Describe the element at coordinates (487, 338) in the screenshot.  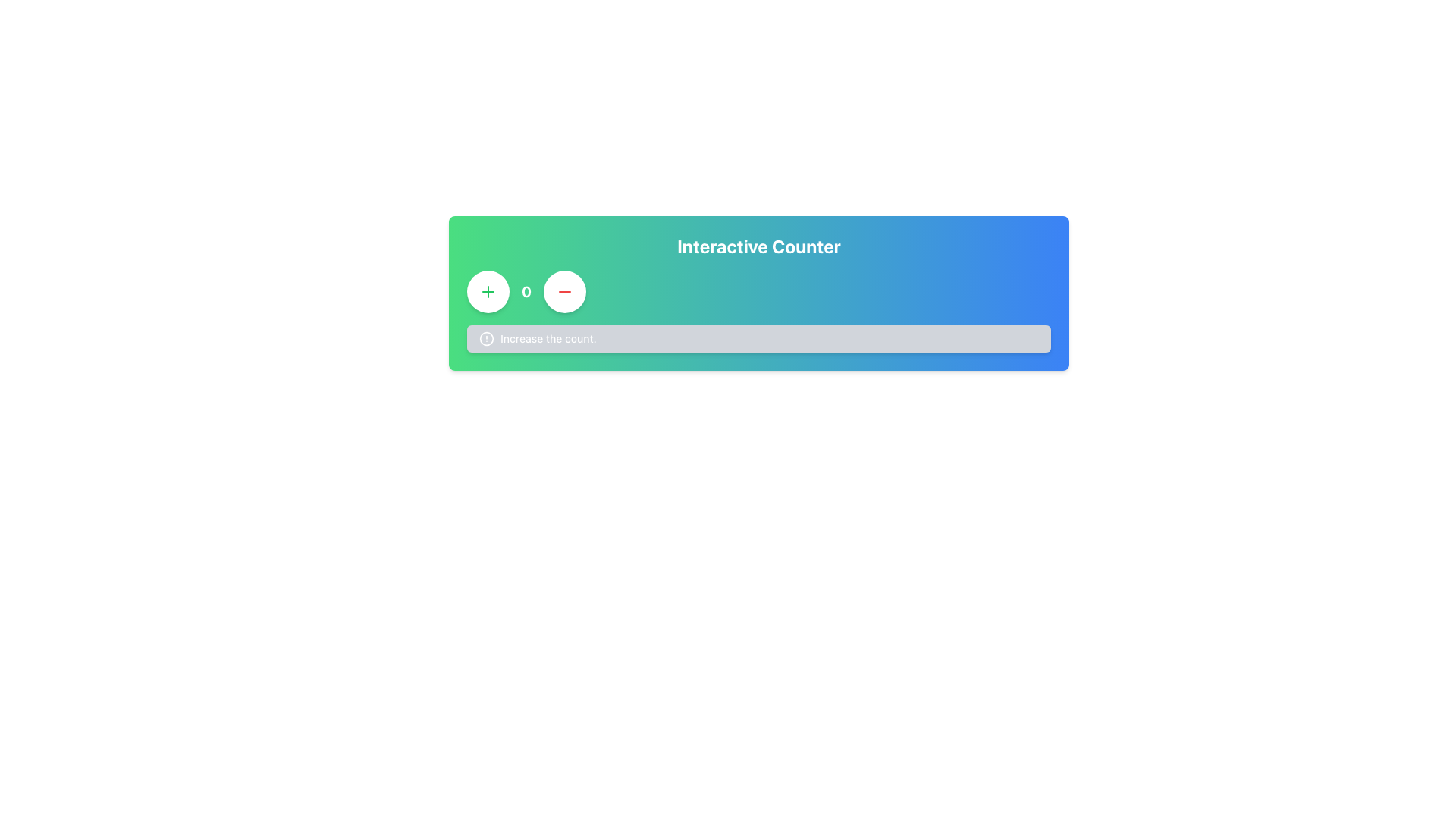
I see `the alert icon, which is a circular icon with a thin border and an alert symbol, located to the left of the 'Increase the count.' text label` at that location.